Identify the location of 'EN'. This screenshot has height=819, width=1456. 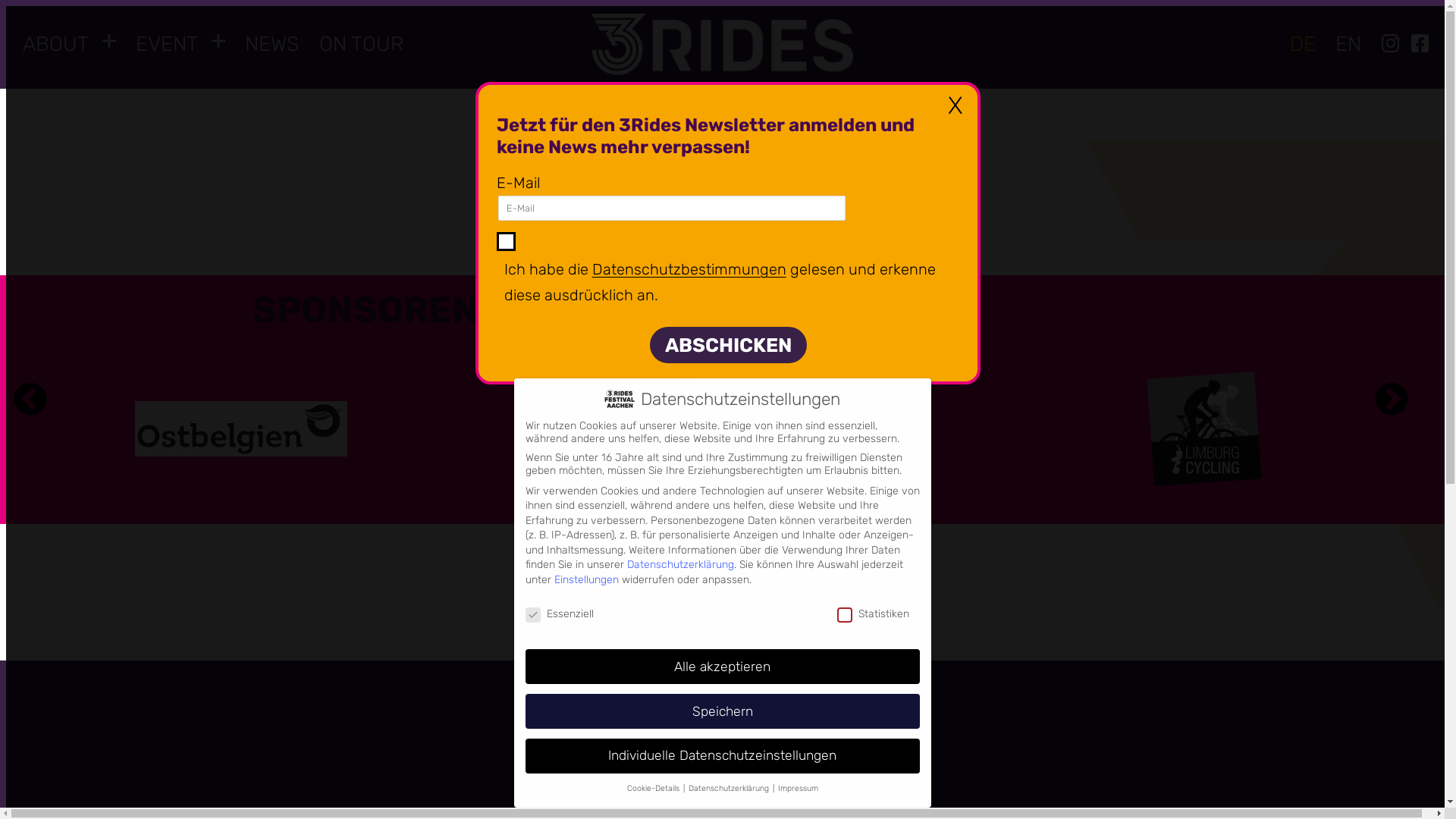
(1348, 43).